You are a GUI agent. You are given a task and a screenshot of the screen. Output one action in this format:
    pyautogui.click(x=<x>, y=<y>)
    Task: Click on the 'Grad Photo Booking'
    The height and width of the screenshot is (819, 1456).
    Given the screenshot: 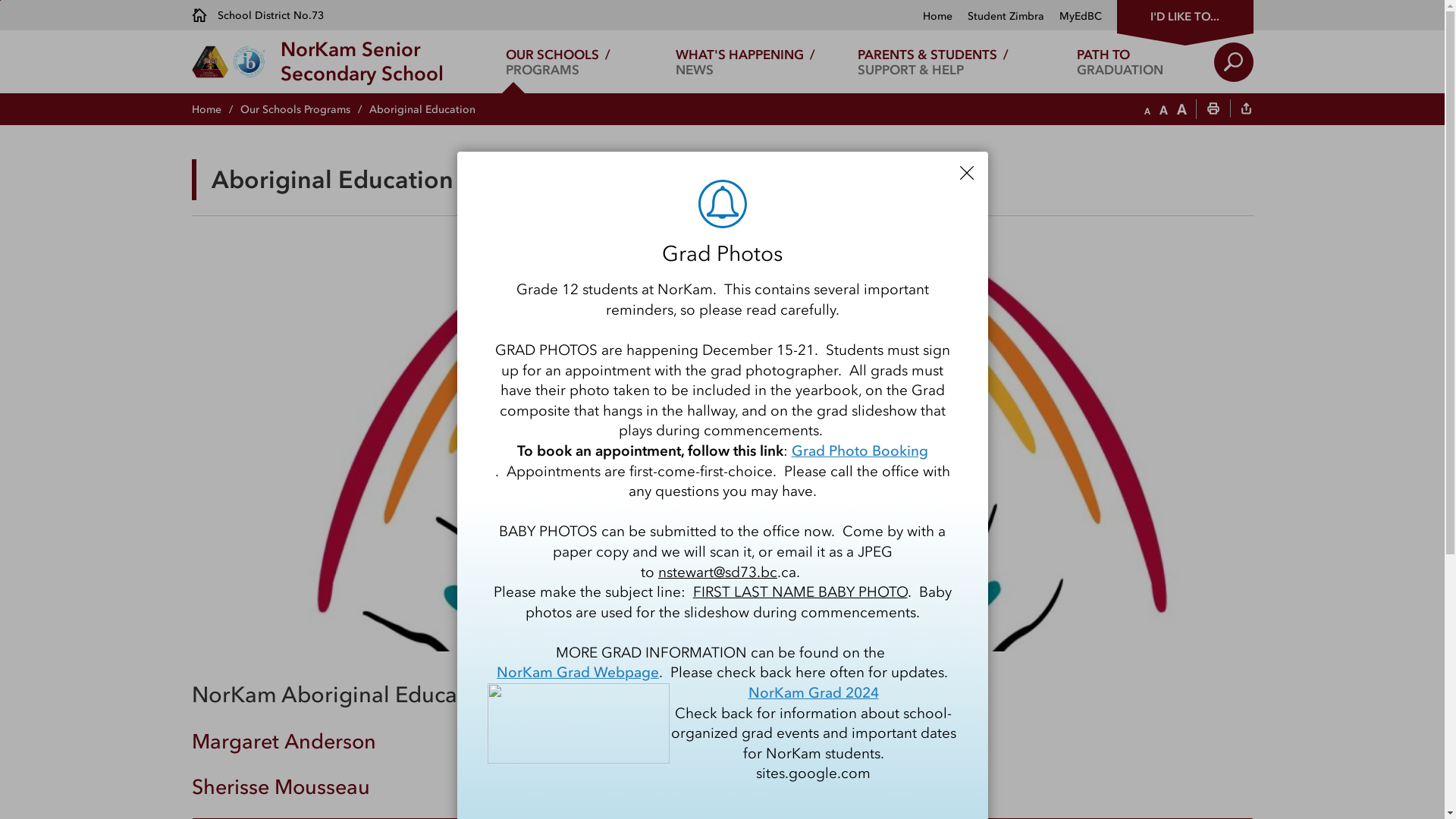 What is the action you would take?
    pyautogui.click(x=859, y=450)
    